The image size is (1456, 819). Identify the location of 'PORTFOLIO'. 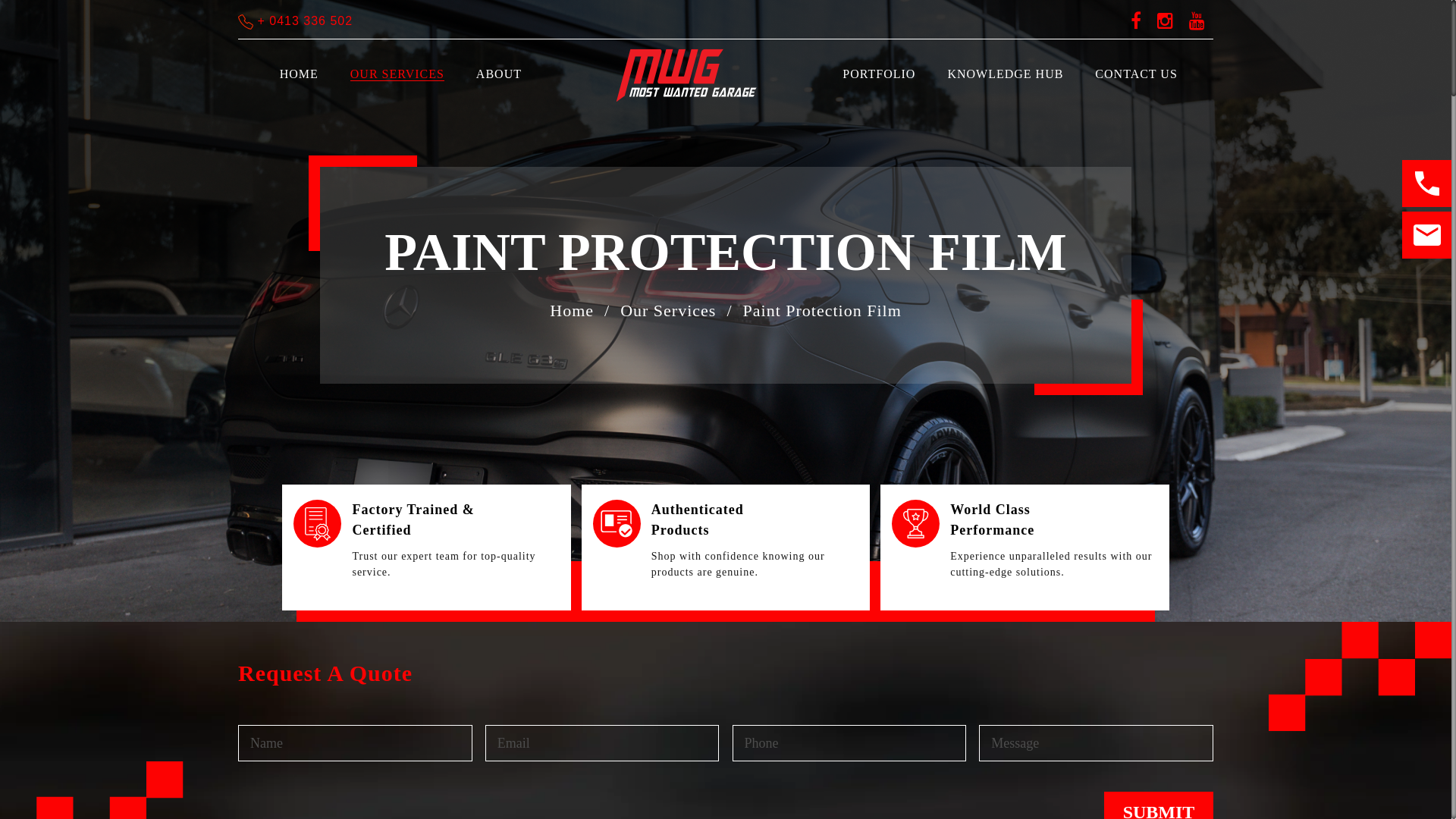
(878, 74).